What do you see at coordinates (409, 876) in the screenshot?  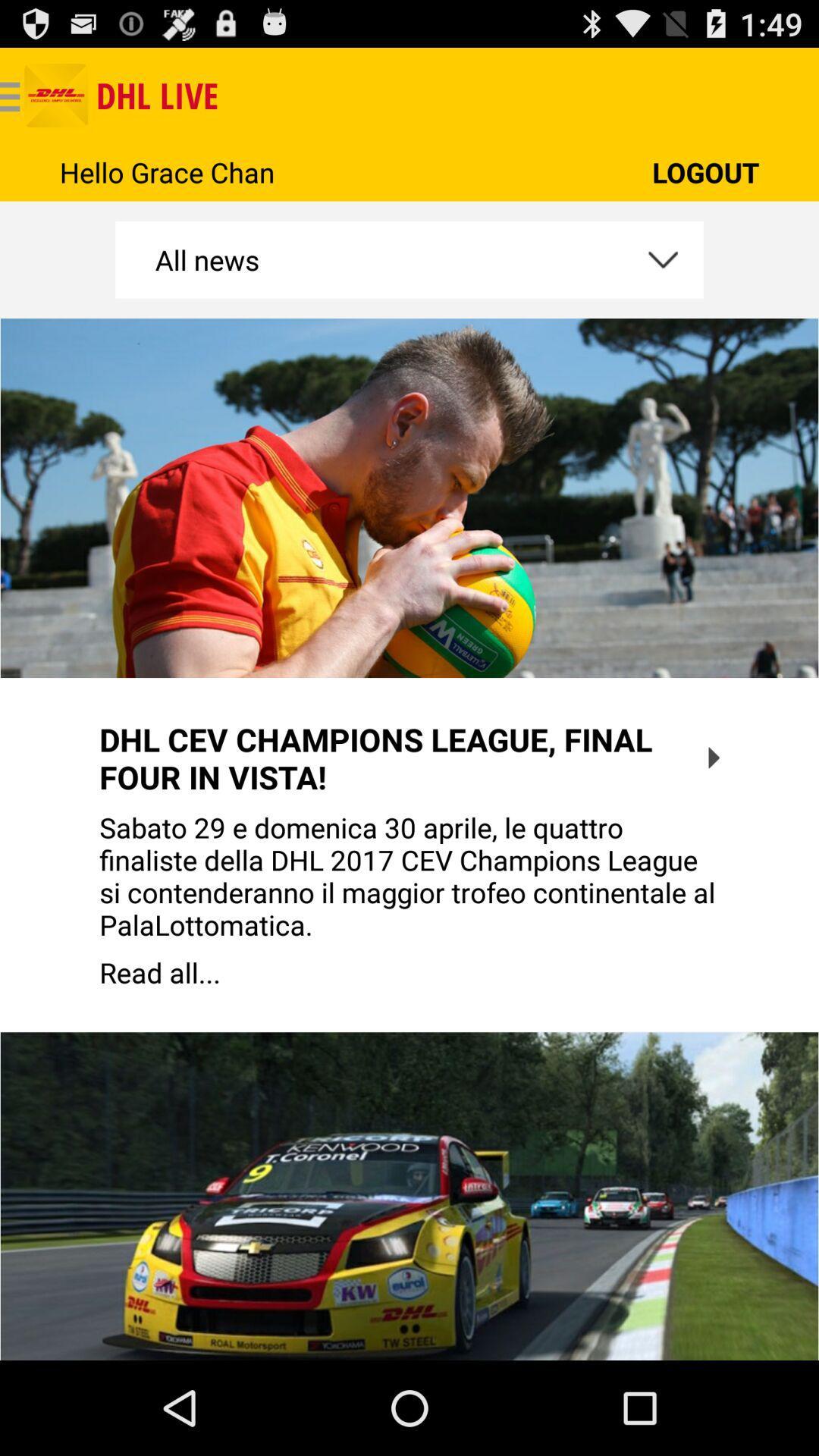 I see `icon above the read all... app` at bounding box center [409, 876].